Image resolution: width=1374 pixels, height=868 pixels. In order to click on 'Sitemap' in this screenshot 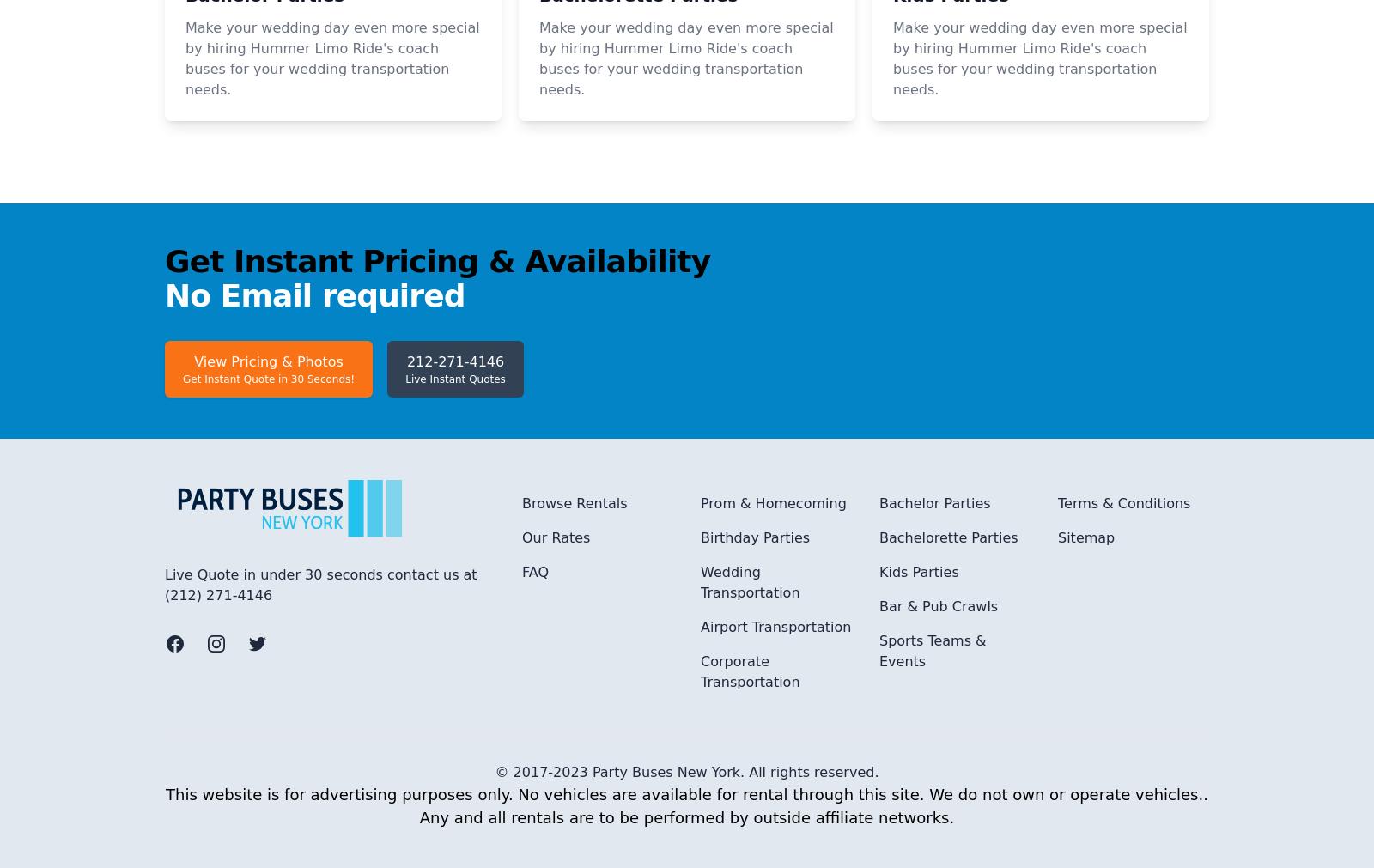, I will do `click(1085, 766)`.